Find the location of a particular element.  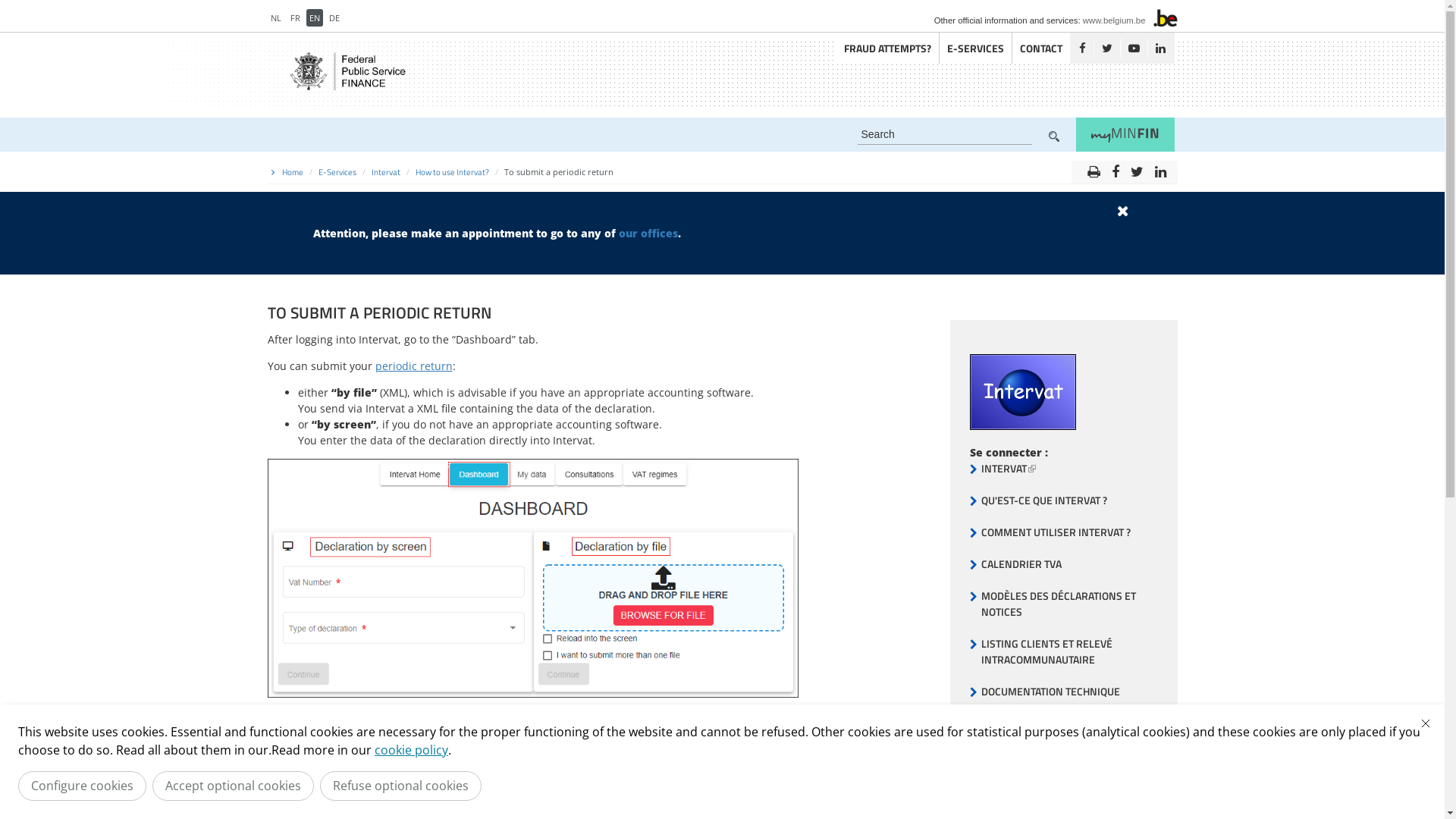

'CONTACT' is located at coordinates (1012, 47).